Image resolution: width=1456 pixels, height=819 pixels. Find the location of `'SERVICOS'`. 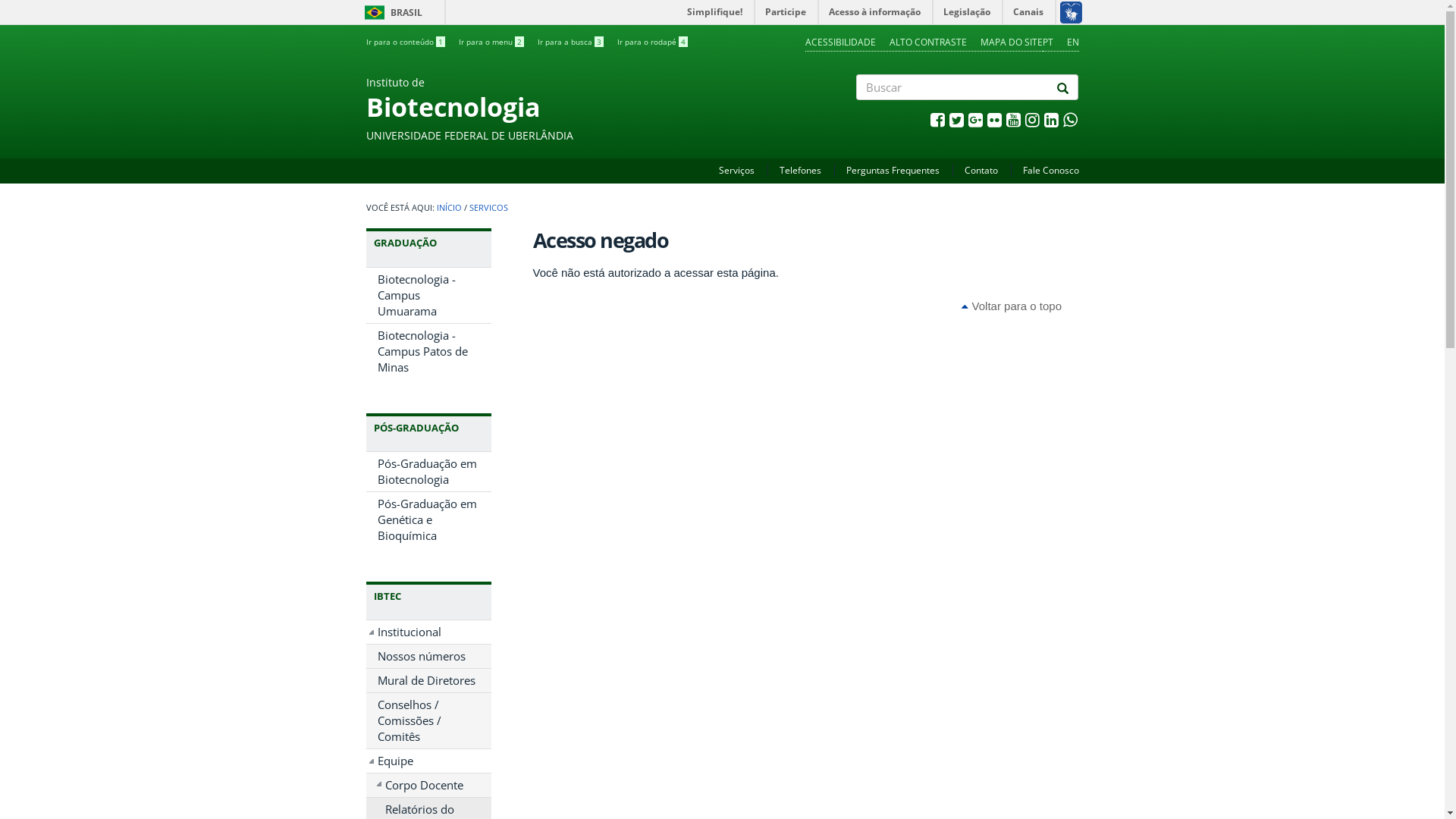

'SERVICOS' is located at coordinates (488, 207).